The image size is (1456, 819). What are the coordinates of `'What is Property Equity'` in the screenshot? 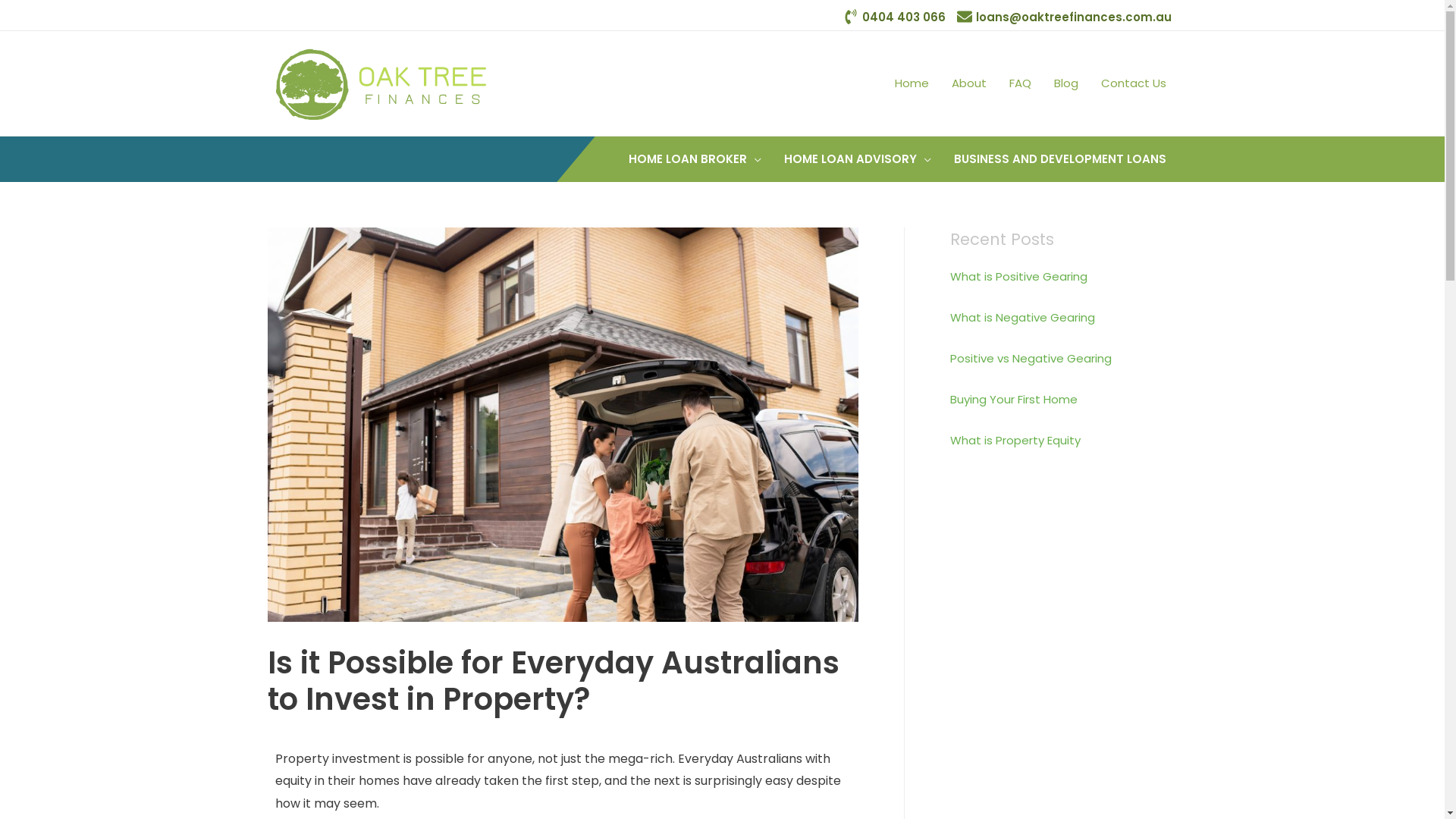 It's located at (1015, 440).